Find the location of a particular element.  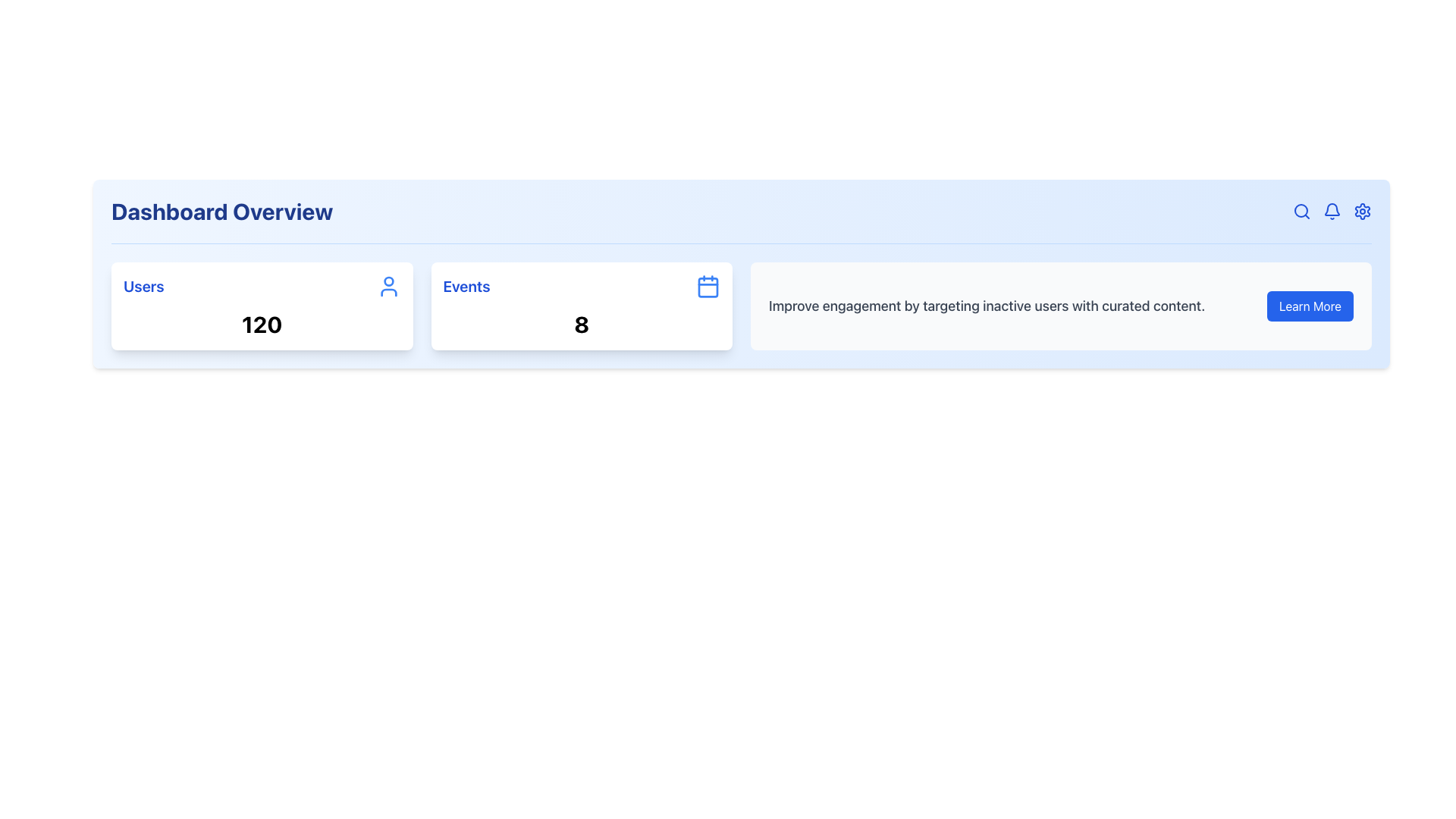

the bright blue rectangular button labeled 'Learn More' is located at coordinates (1310, 306).